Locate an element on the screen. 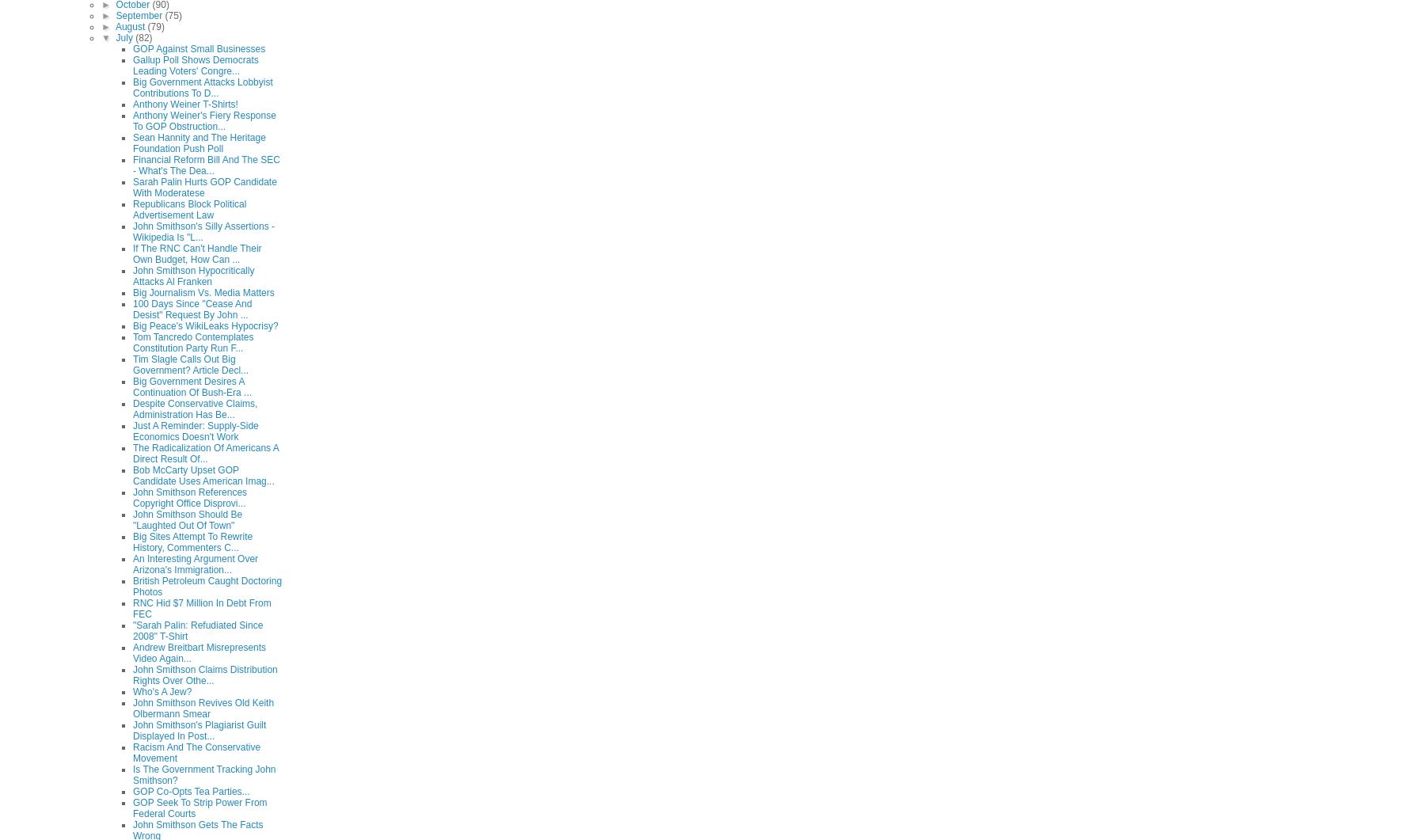 This screenshot has height=840, width=1414. 'Just A Reminder: Supply-Side Economics Doesn't Work' is located at coordinates (195, 429).